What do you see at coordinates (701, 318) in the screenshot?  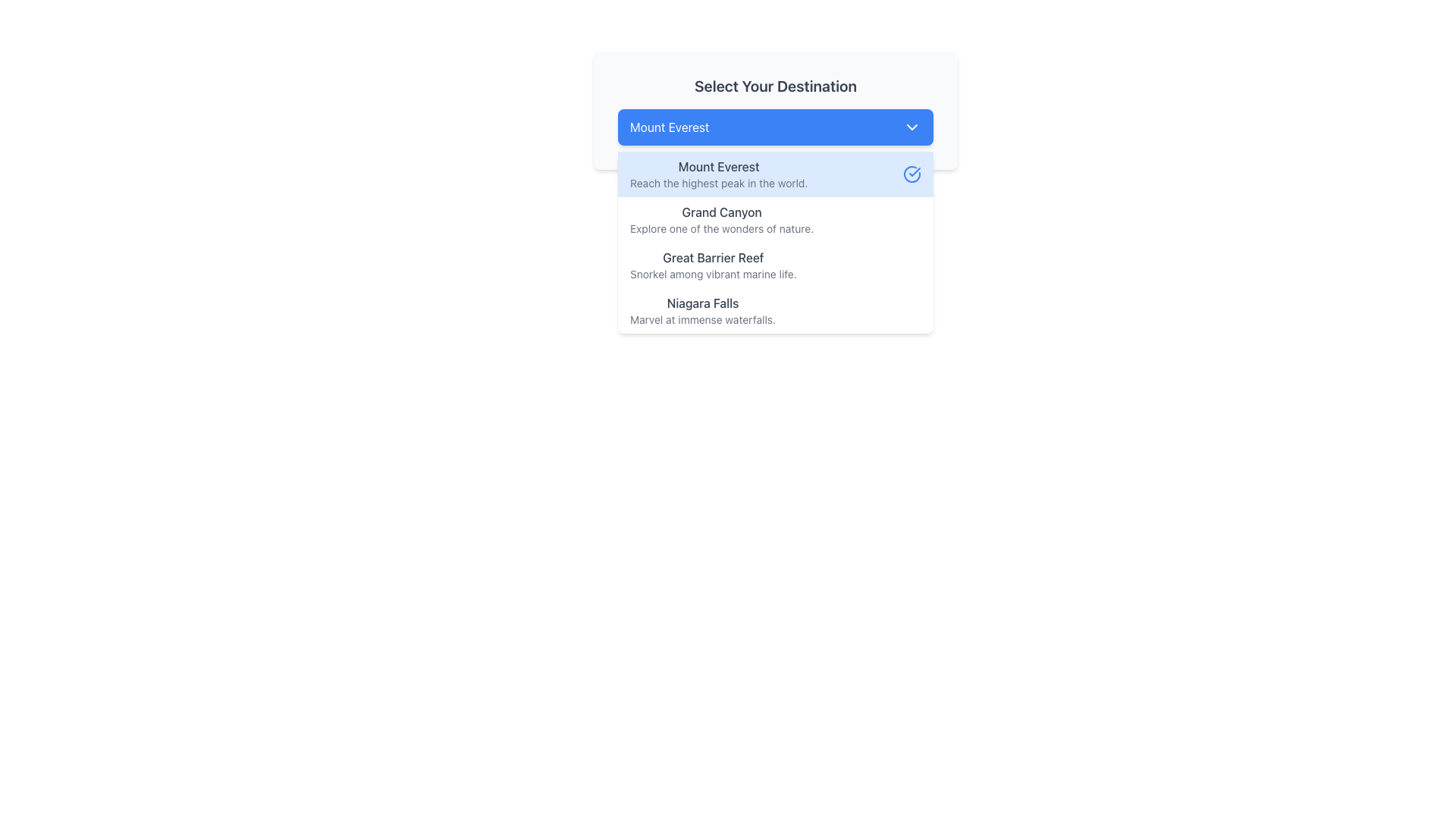 I see `the static descriptive text that reads 'Marvel at immense waterfalls.' positioned below the heading 'Niagara Falls' in the dropdown list under 'Select Your Destination.'` at bounding box center [701, 318].